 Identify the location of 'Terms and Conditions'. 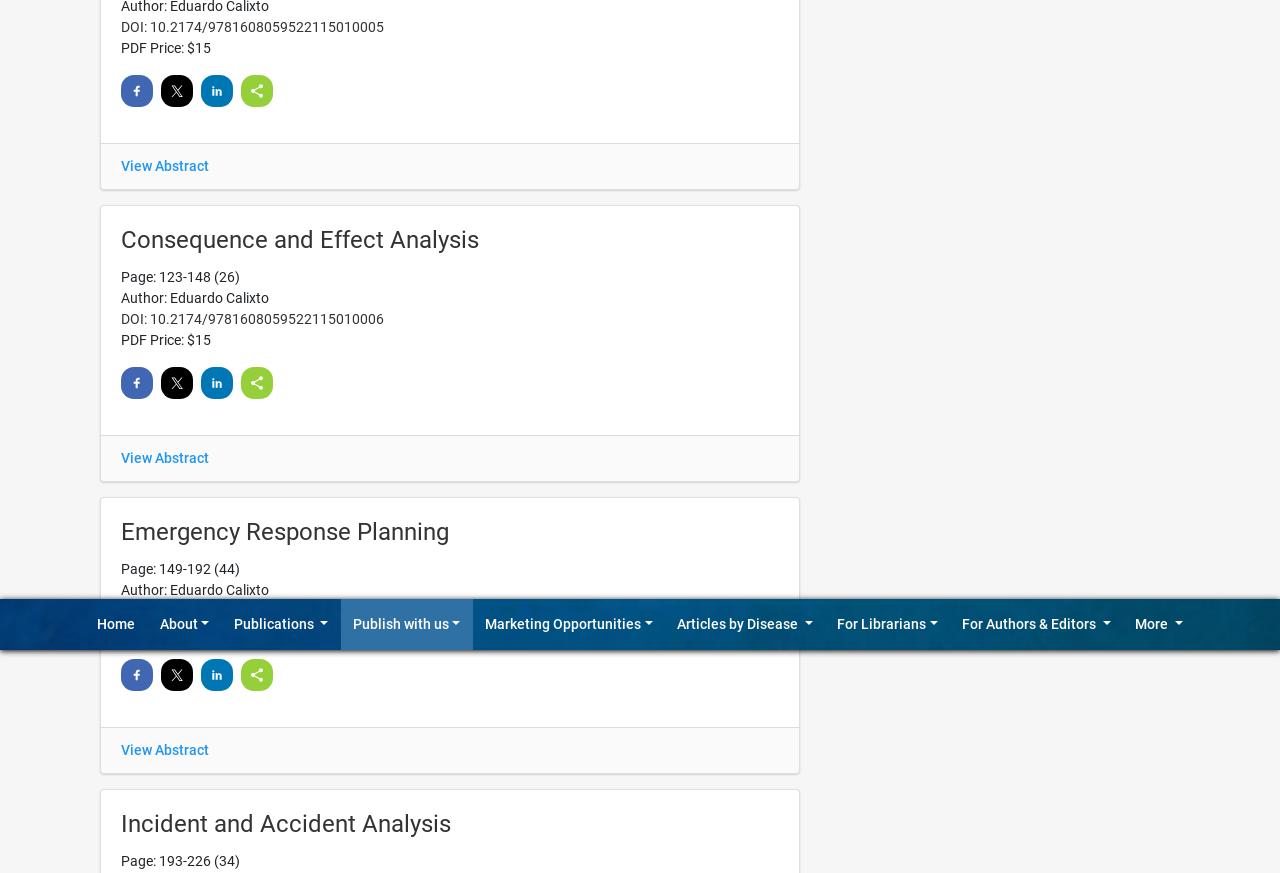
(906, 114).